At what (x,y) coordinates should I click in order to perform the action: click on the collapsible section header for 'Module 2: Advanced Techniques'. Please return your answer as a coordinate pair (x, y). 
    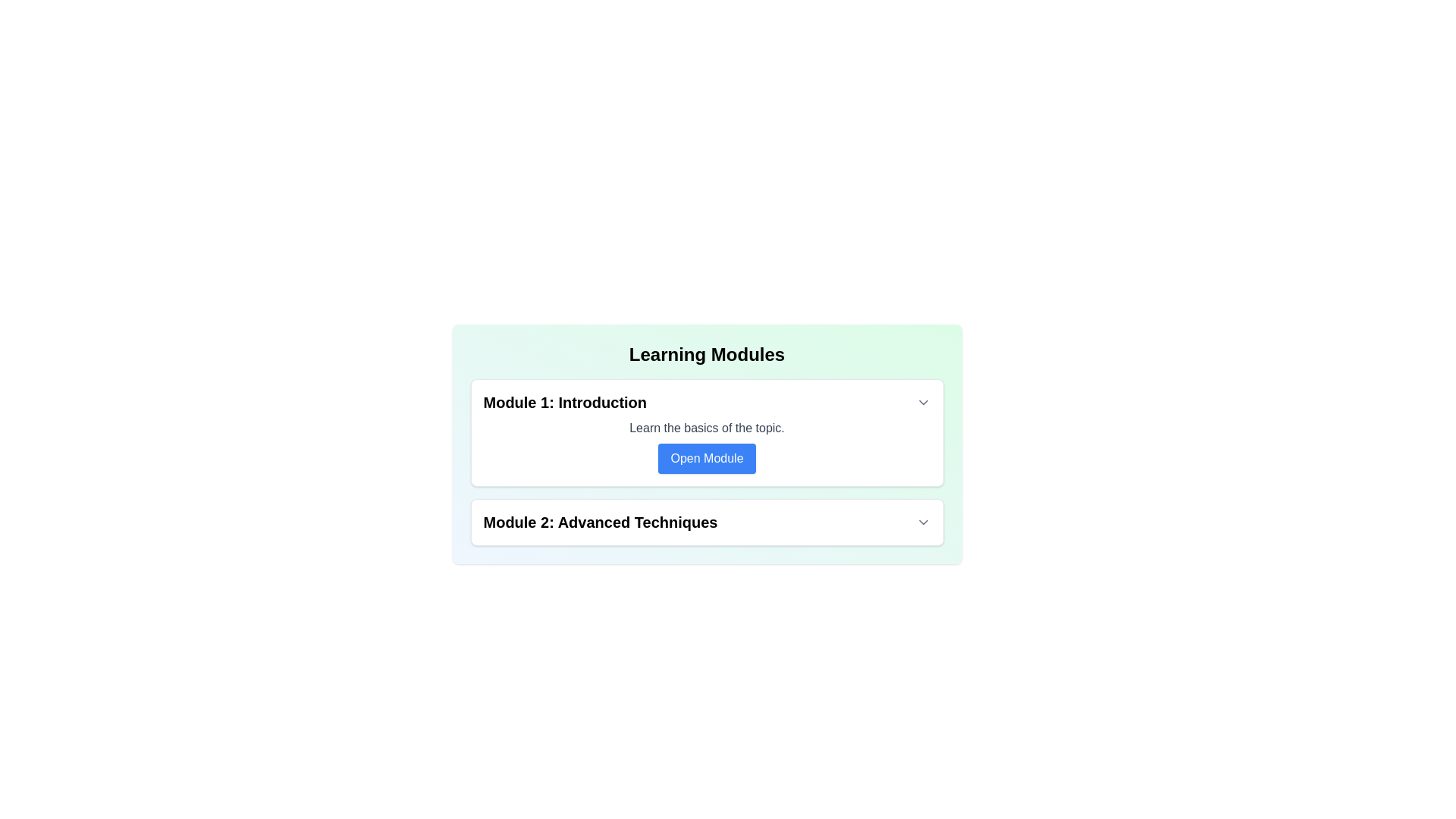
    Looking at the image, I should click on (706, 522).